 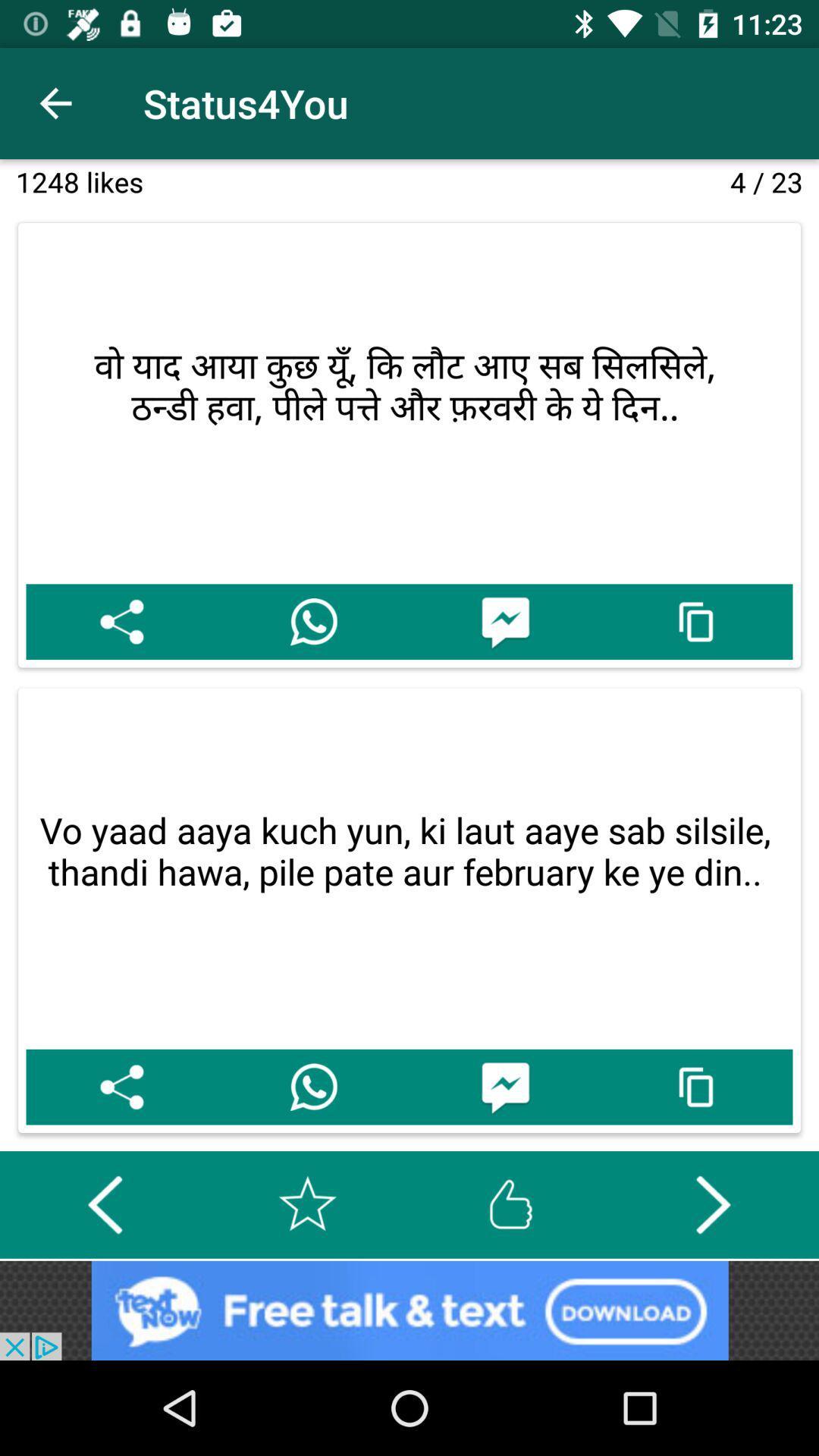 I want to click on a favorite button, so click(x=307, y=1203).